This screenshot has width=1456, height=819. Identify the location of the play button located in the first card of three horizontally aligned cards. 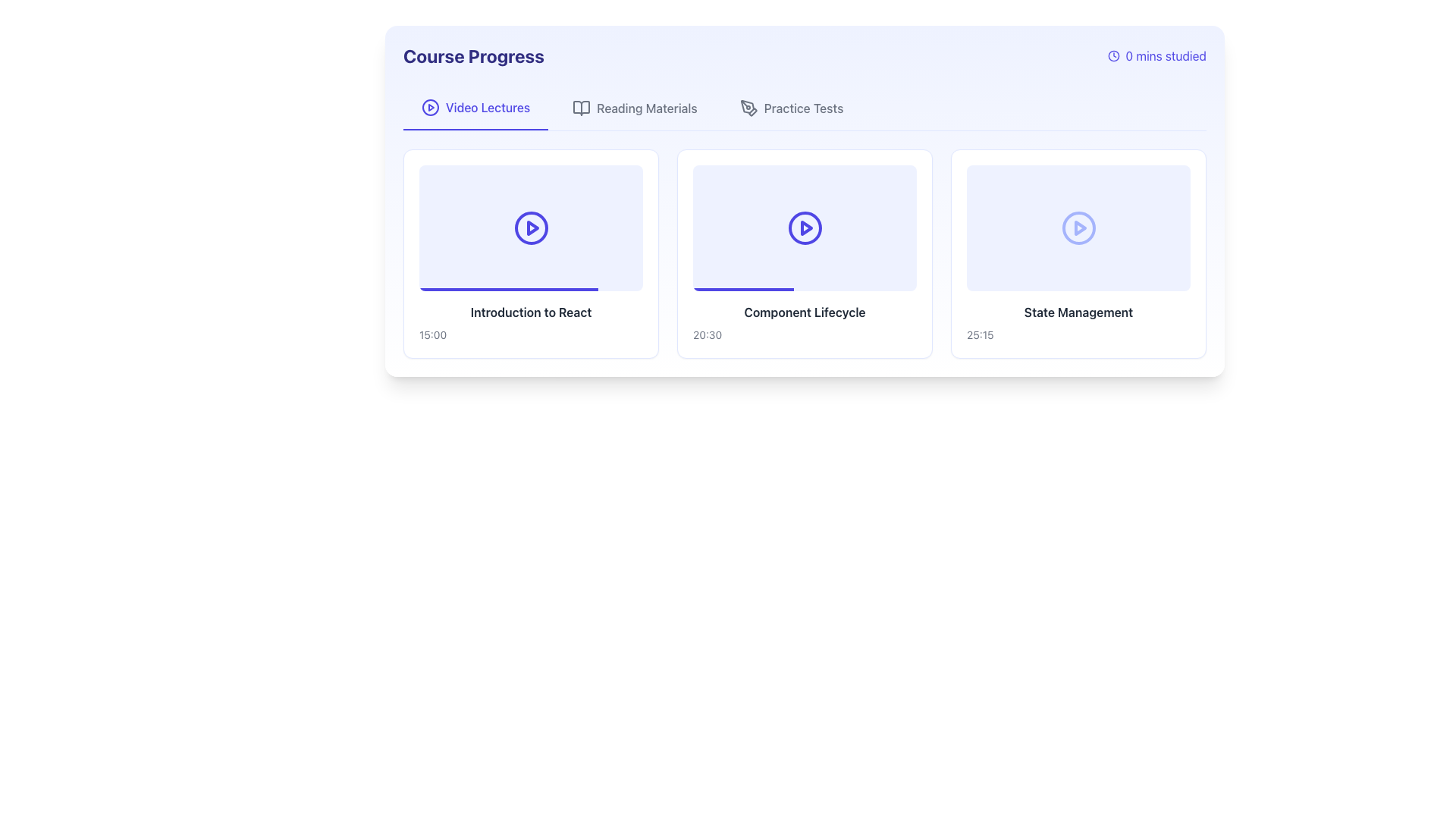
(531, 227).